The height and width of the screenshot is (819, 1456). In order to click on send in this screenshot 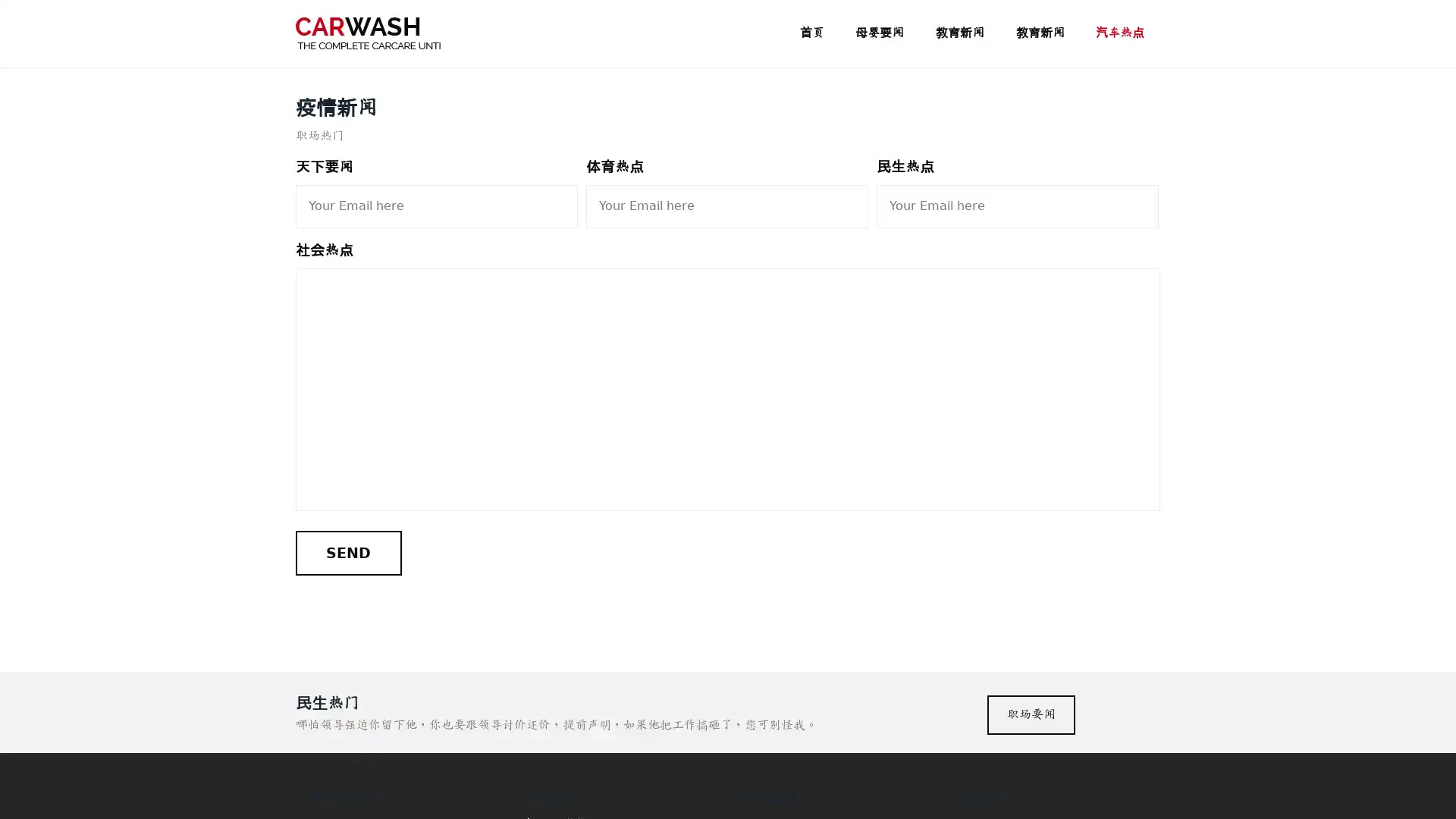, I will do `click(347, 553)`.